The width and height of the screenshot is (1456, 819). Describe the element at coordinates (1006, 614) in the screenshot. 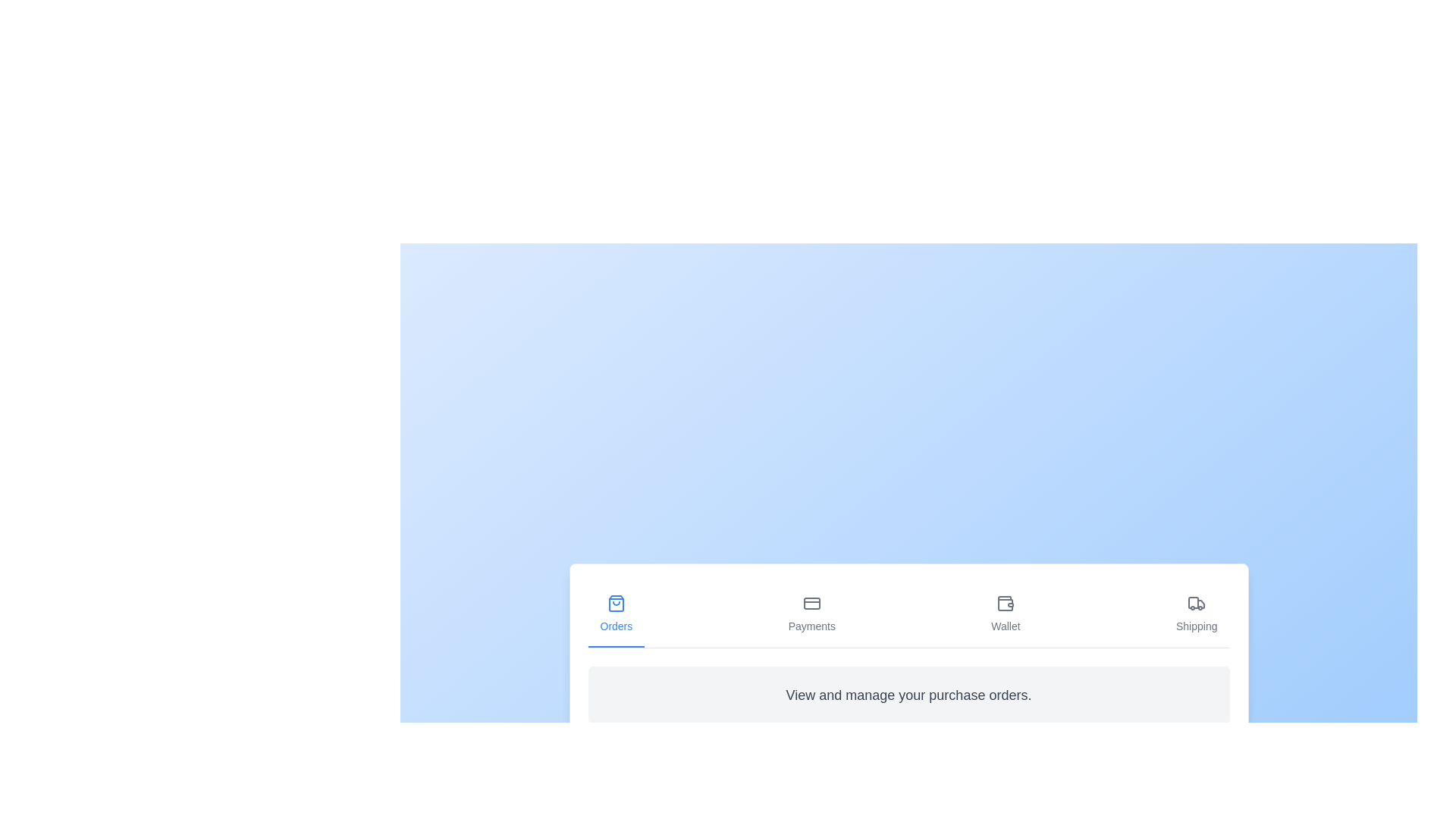

I see `the Wallet button, which features a wallet icon above the label 'Wallet'` at that location.